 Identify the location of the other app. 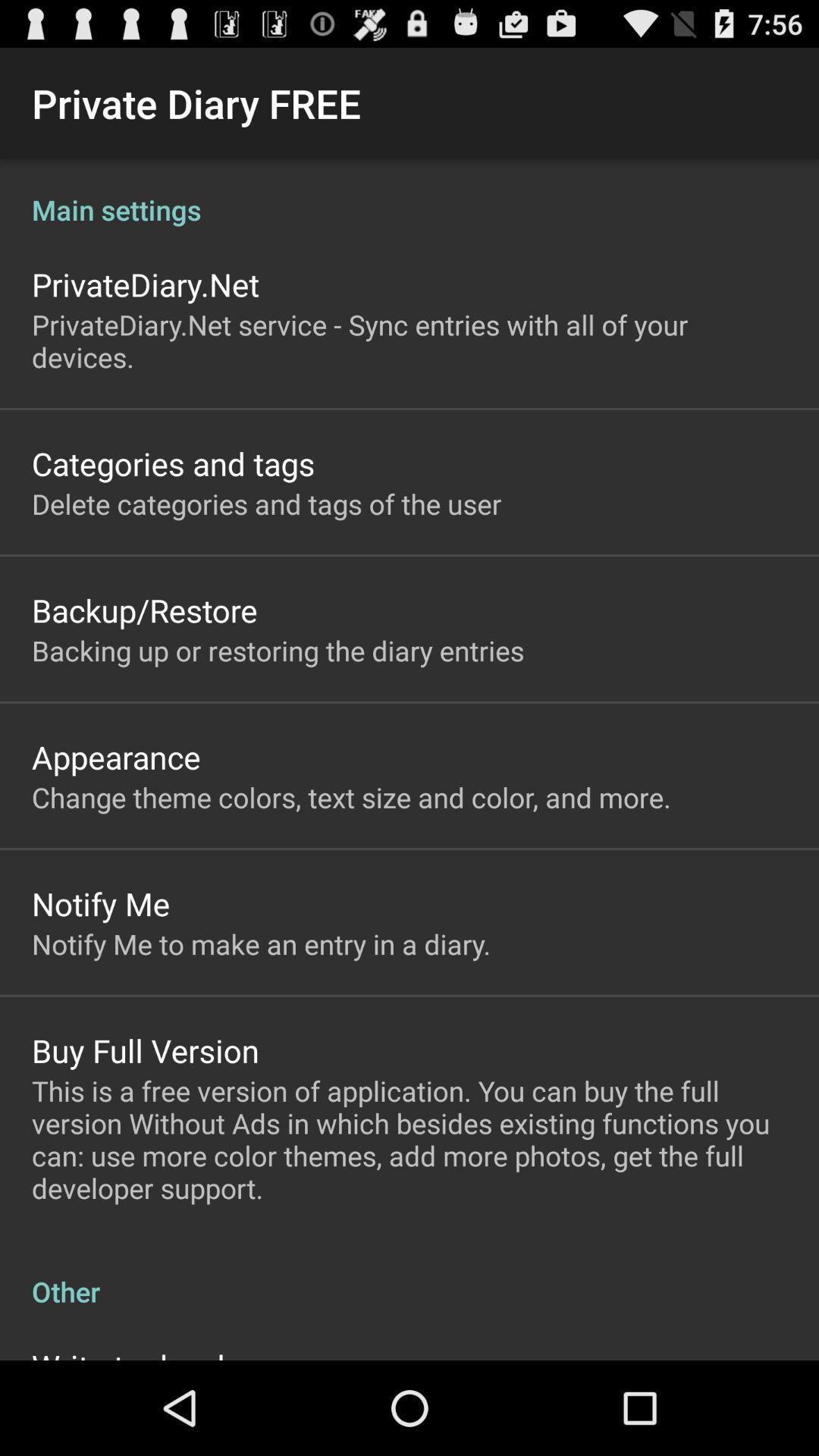
(409, 1275).